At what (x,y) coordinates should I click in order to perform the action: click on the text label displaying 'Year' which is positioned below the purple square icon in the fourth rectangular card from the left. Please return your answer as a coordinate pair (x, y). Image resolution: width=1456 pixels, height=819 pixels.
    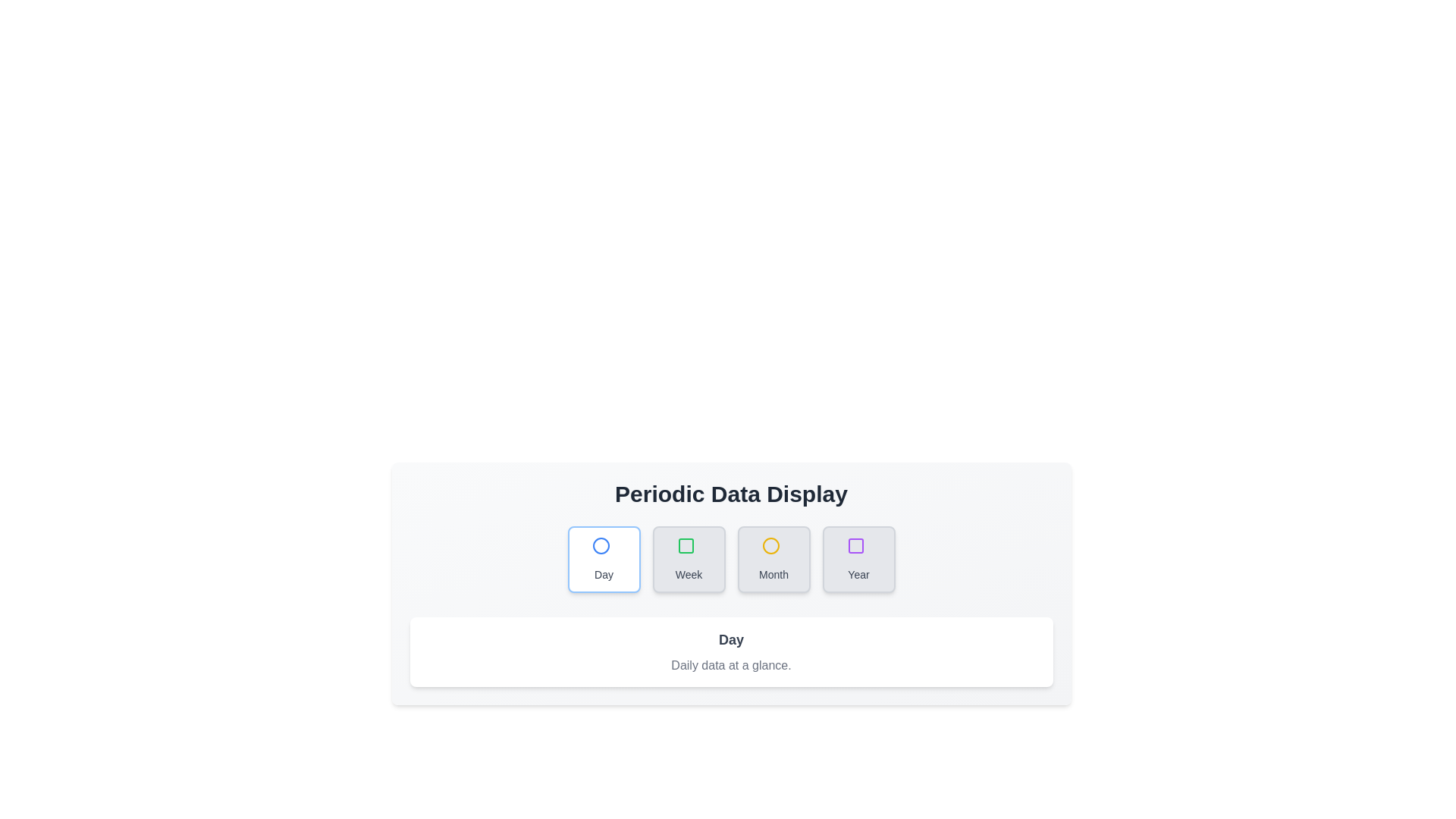
    Looking at the image, I should click on (858, 575).